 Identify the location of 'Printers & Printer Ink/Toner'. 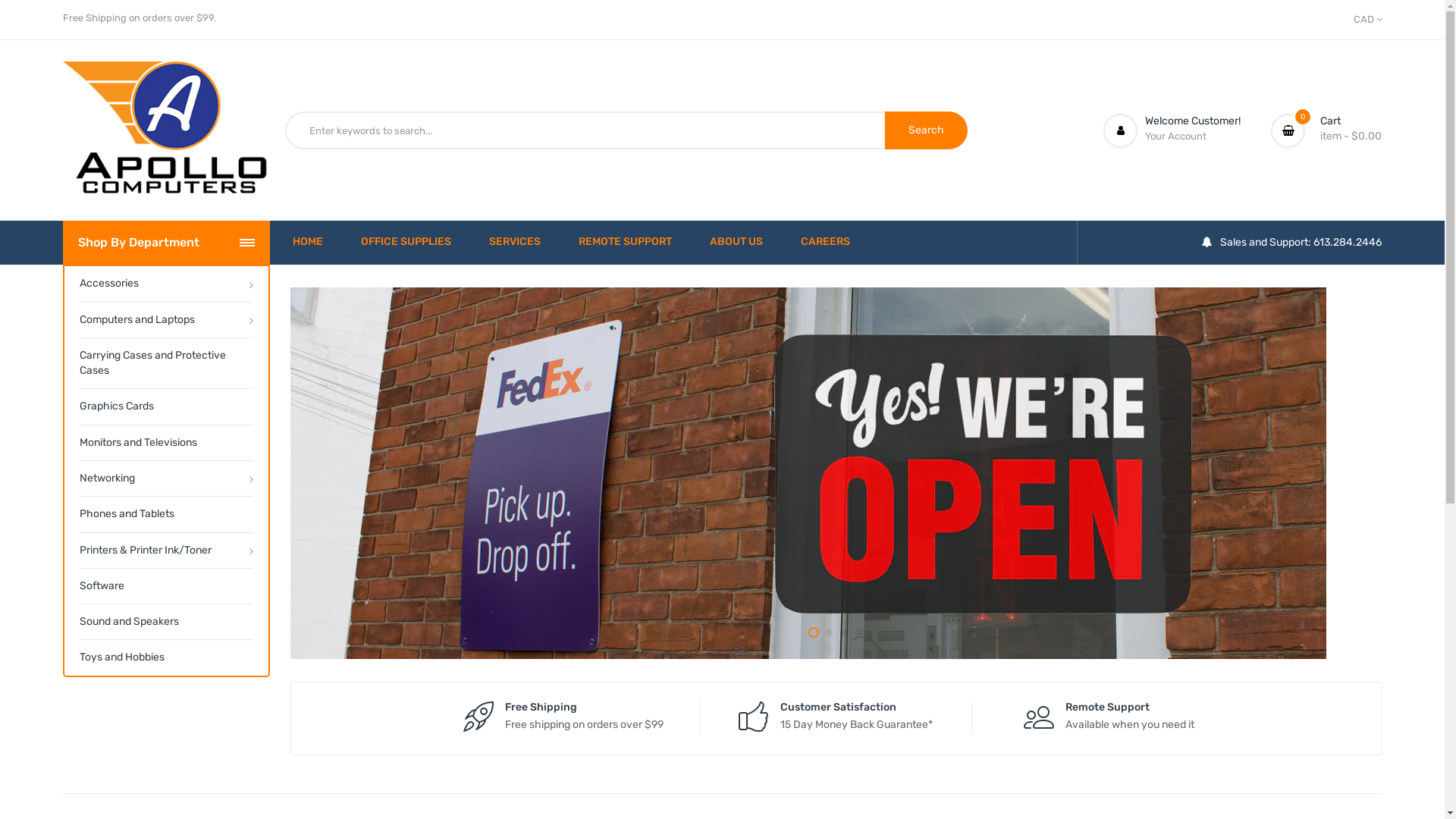
(165, 550).